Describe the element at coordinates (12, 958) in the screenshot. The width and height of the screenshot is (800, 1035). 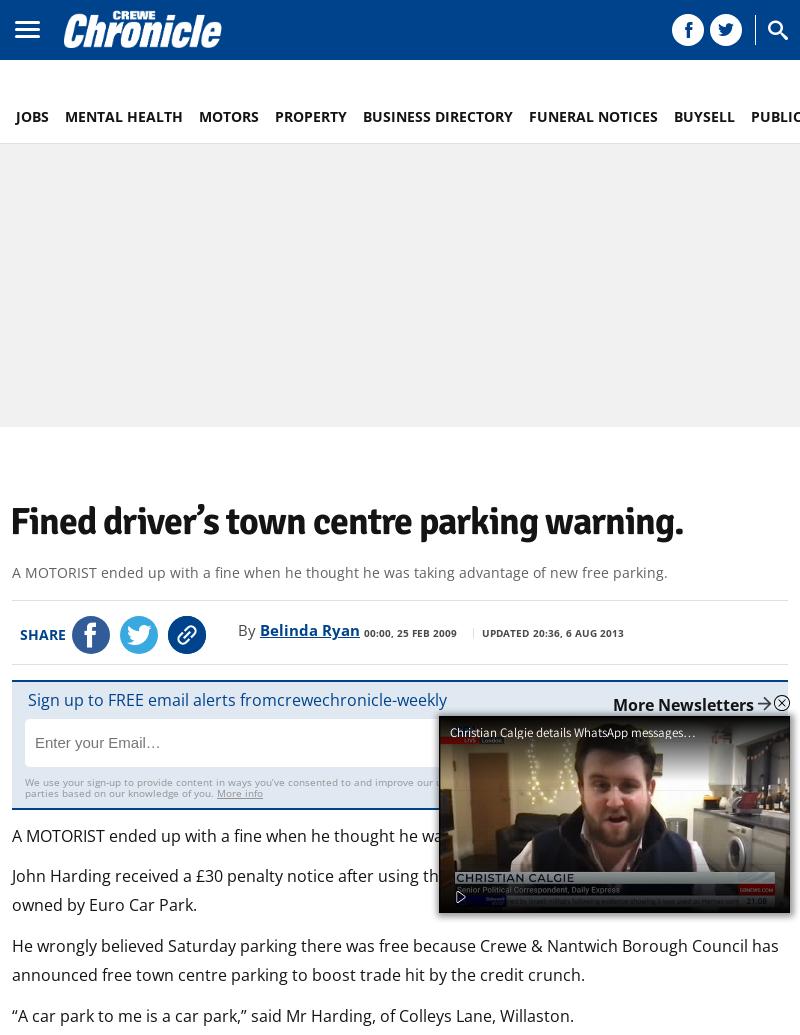
I see `'He wrongly believed Saturday parking there was free because Crewe & Nantwich Borough Council has announced free town centre parking to boost trade hit by the credit crunch.'` at that location.